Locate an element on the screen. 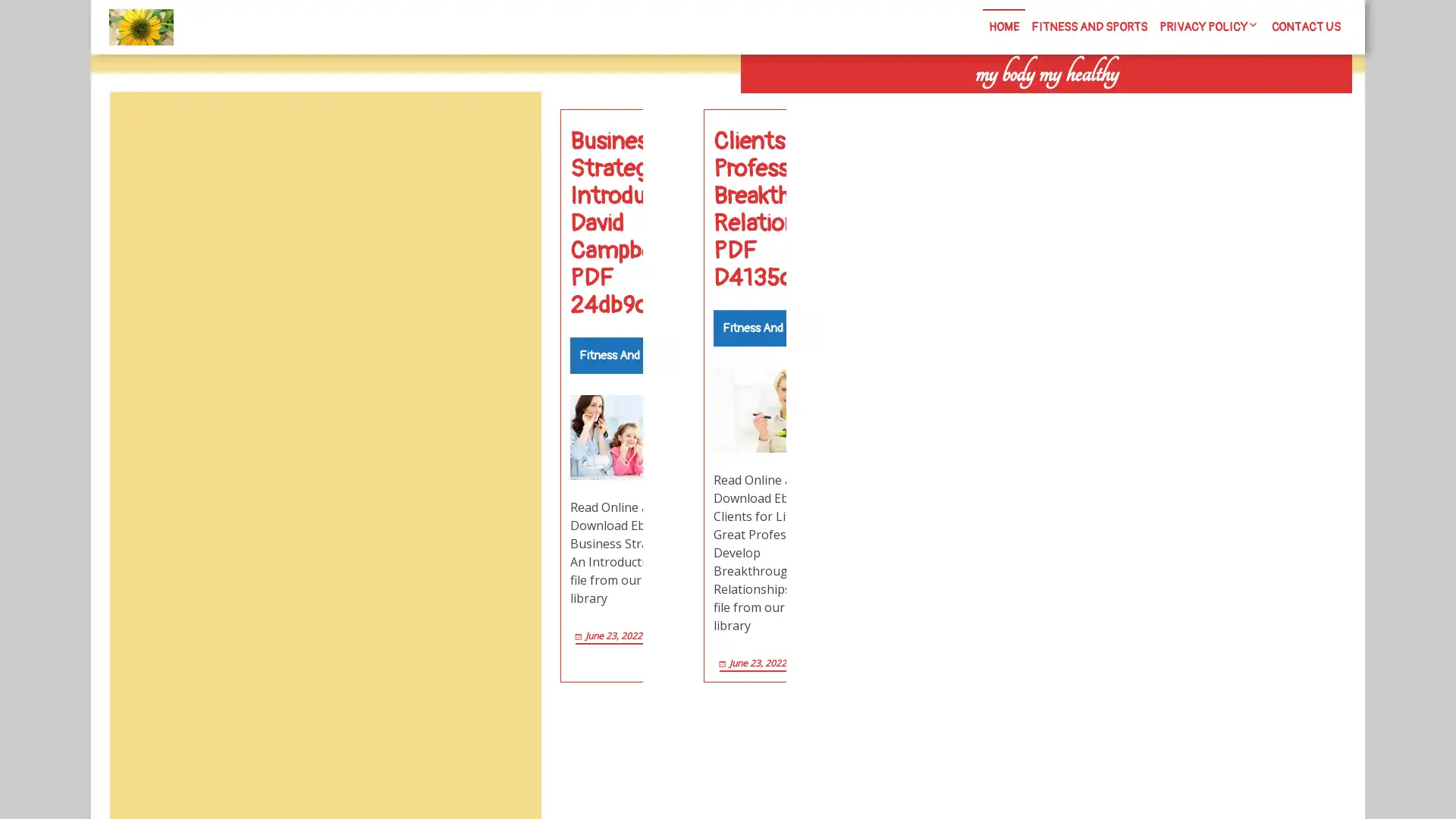 The image size is (1456, 819). Search is located at coordinates (506, 127).